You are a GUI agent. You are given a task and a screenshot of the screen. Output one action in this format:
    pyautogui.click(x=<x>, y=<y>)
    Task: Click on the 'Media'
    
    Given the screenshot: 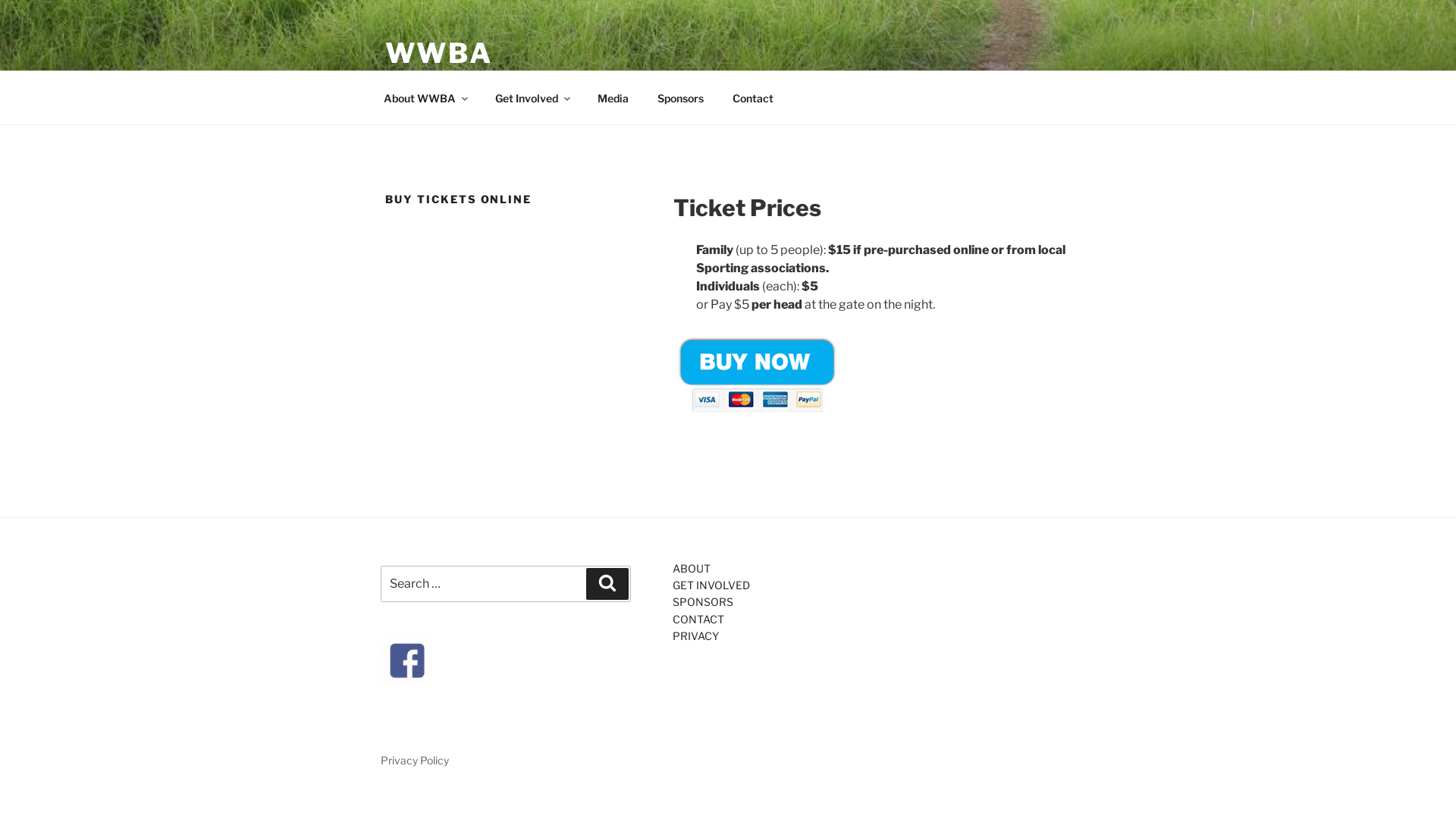 What is the action you would take?
    pyautogui.click(x=612, y=97)
    